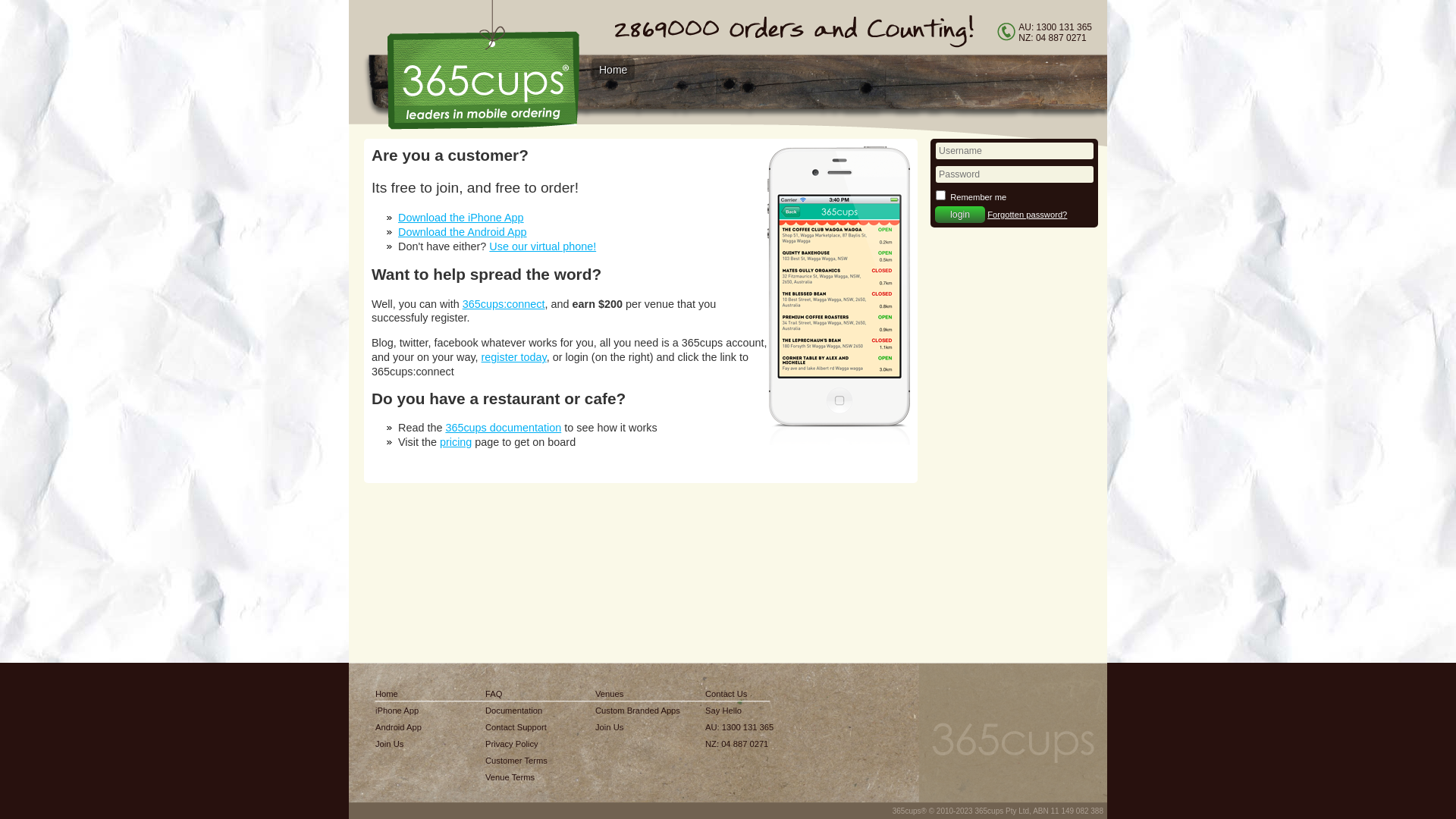 The width and height of the screenshot is (1456, 819). I want to click on 'Forgotten password?', so click(1027, 214).